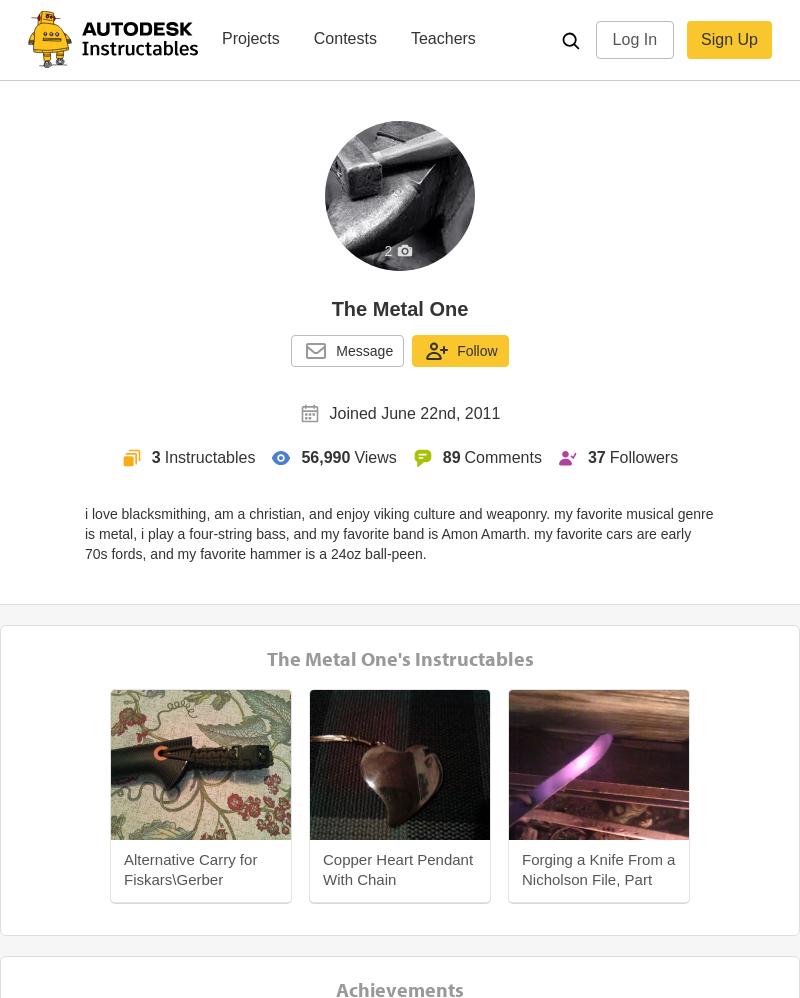 The height and width of the screenshot is (998, 800). Describe the element at coordinates (321, 868) in the screenshot. I see `'Copper Heart Pendant With Chain'` at that location.